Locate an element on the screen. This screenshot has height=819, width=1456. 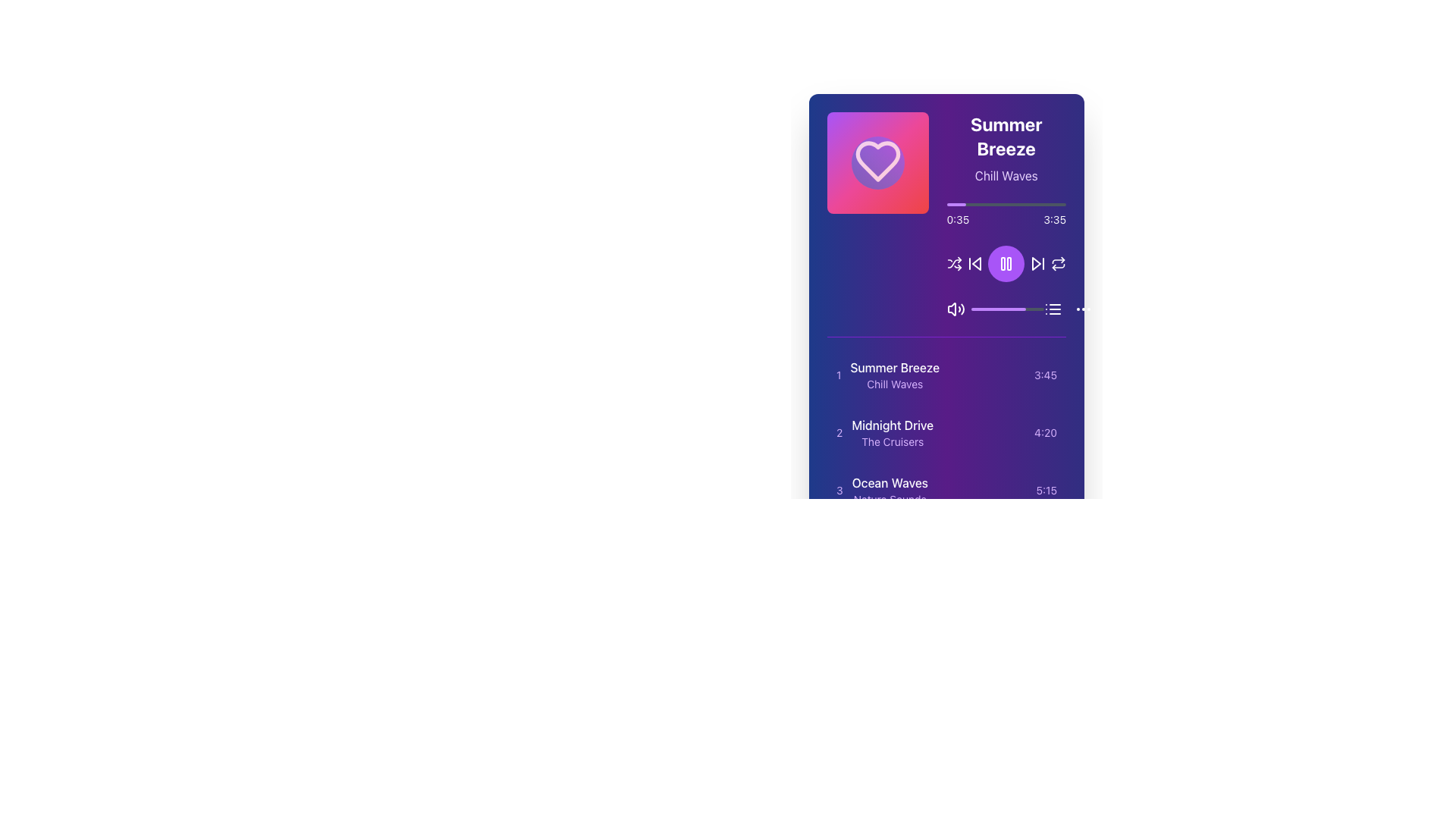
the first item in the music playlist list that displays the title and subtitle for user identification is located at coordinates (888, 375).